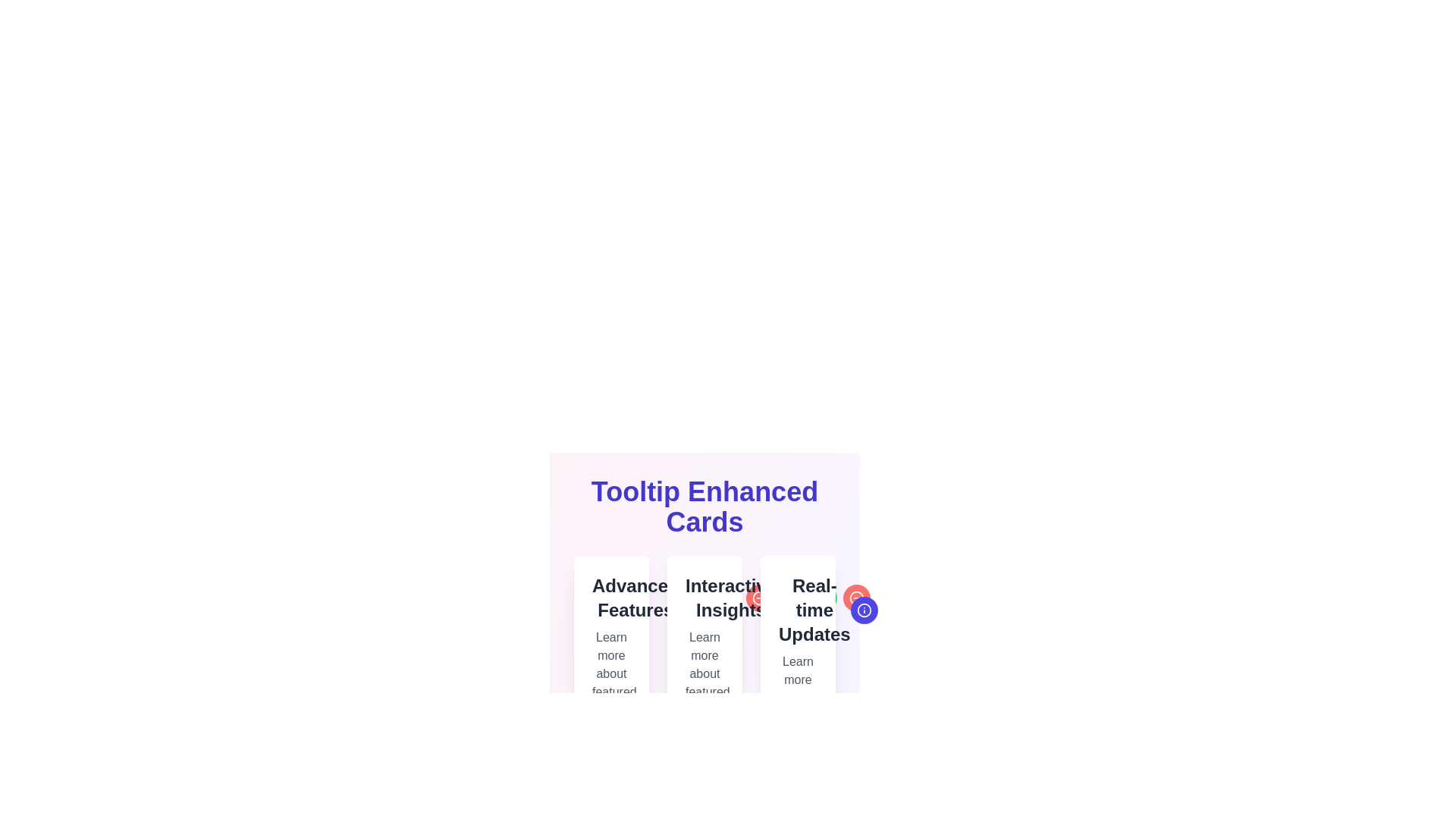  What do you see at coordinates (864, 610) in the screenshot?
I see `the circular button with an indigo background and information icon` at bounding box center [864, 610].